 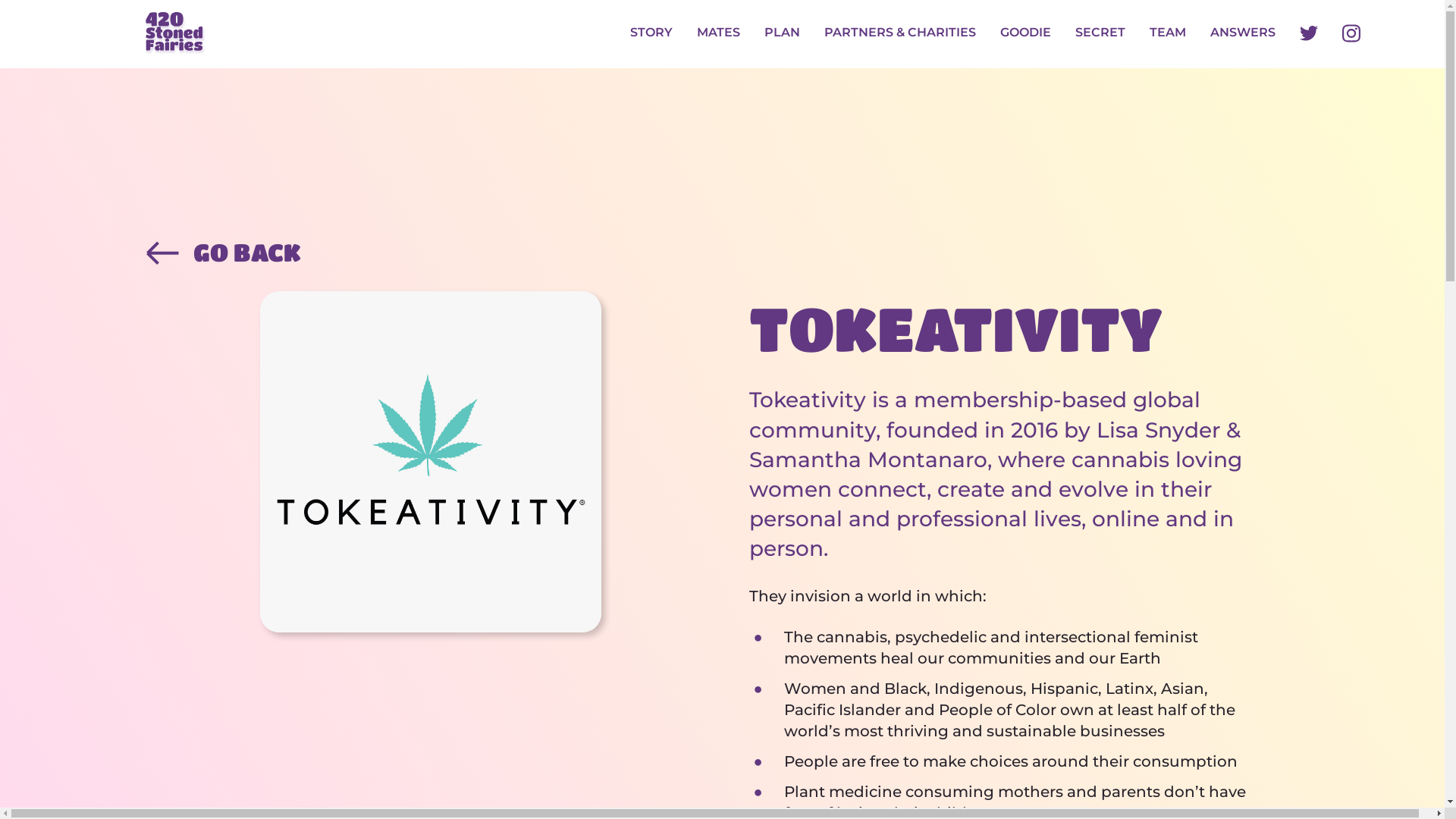 I want to click on 'PLAN', so click(x=782, y=33).